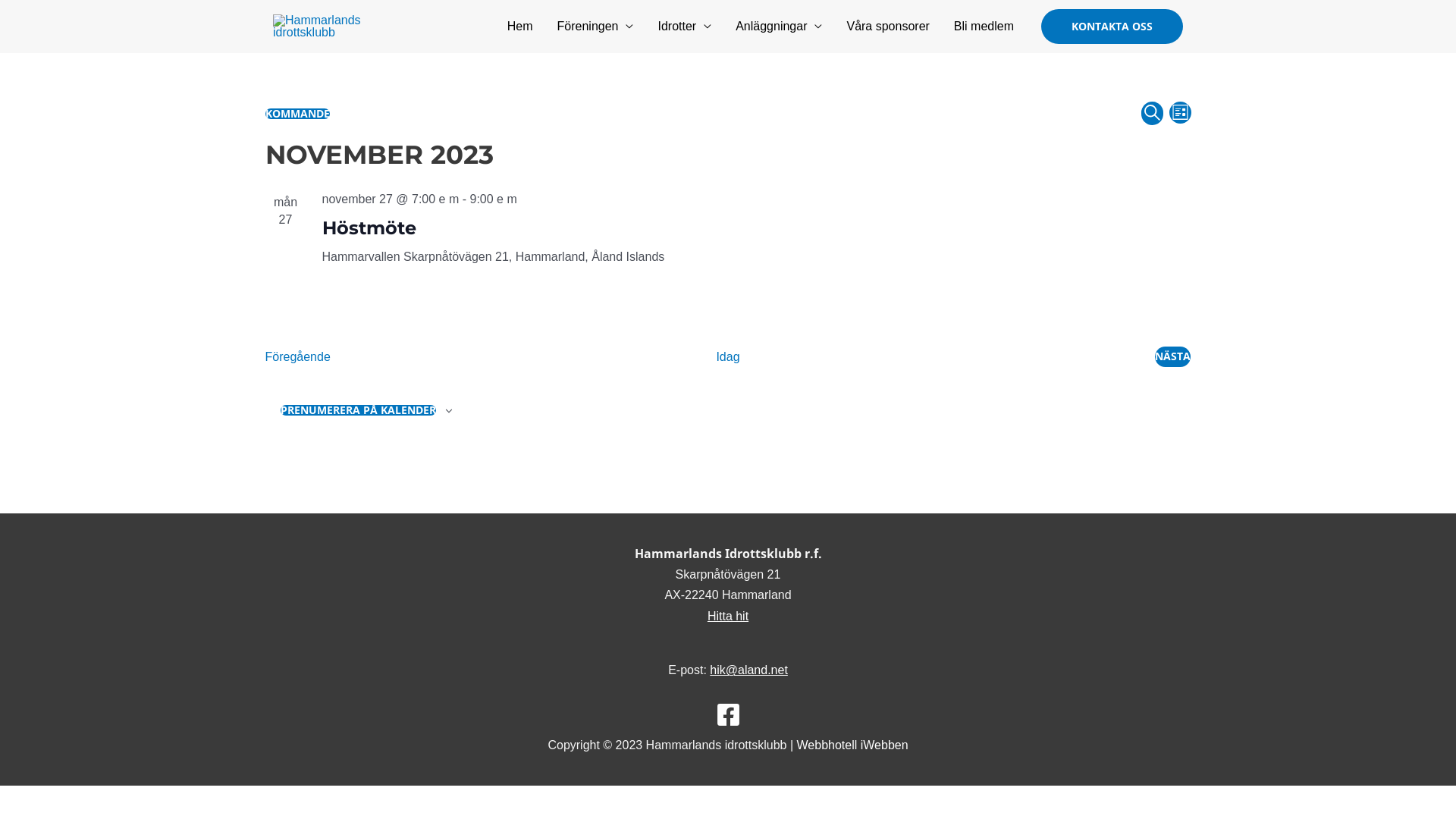 This screenshot has width=1456, height=819. What do you see at coordinates (520, 26) in the screenshot?
I see `'Hem'` at bounding box center [520, 26].